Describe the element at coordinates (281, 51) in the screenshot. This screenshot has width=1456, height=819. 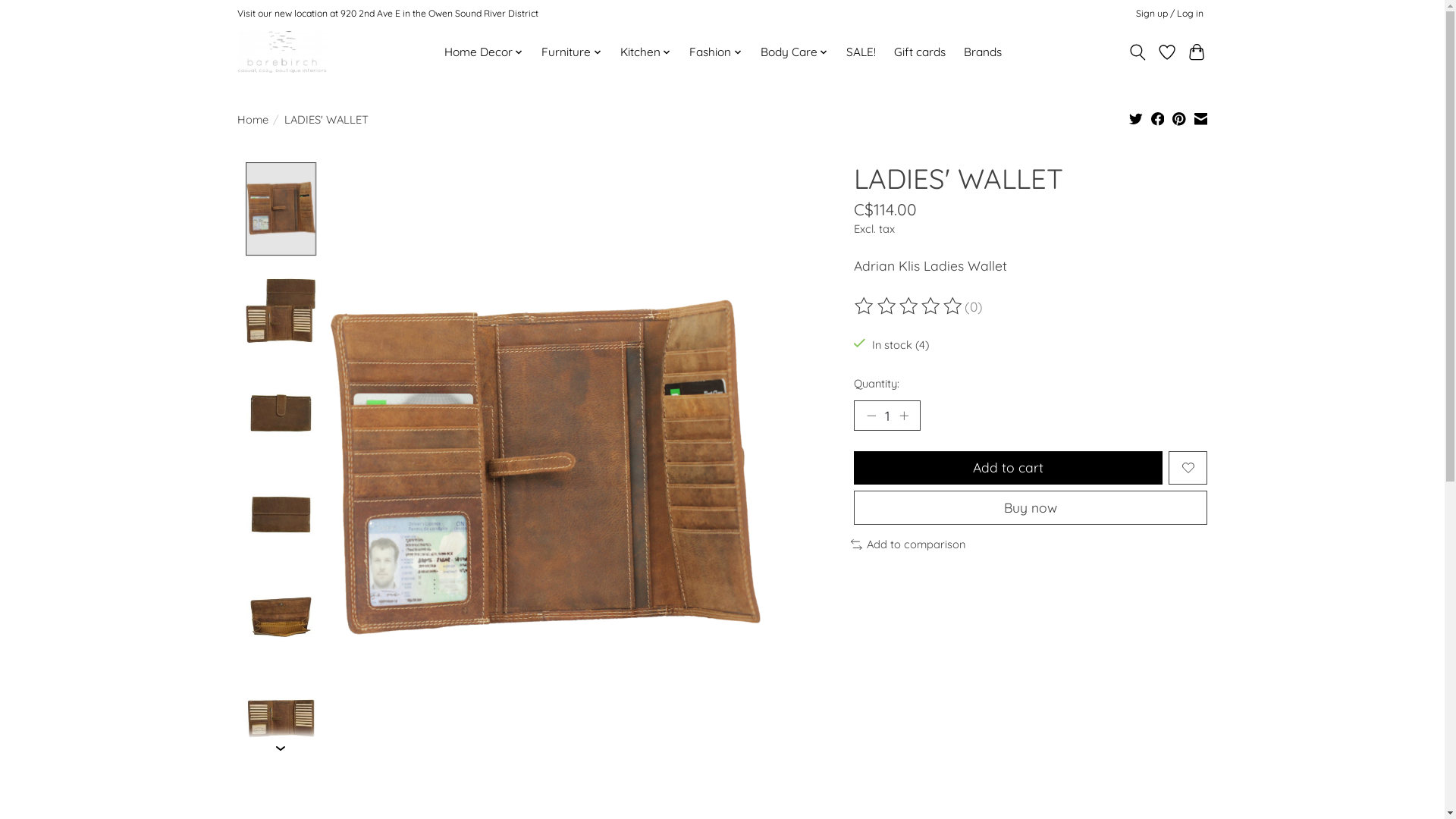
I see `'Furniture, Home Decor, Fashion Accessories and Giftware'` at that location.